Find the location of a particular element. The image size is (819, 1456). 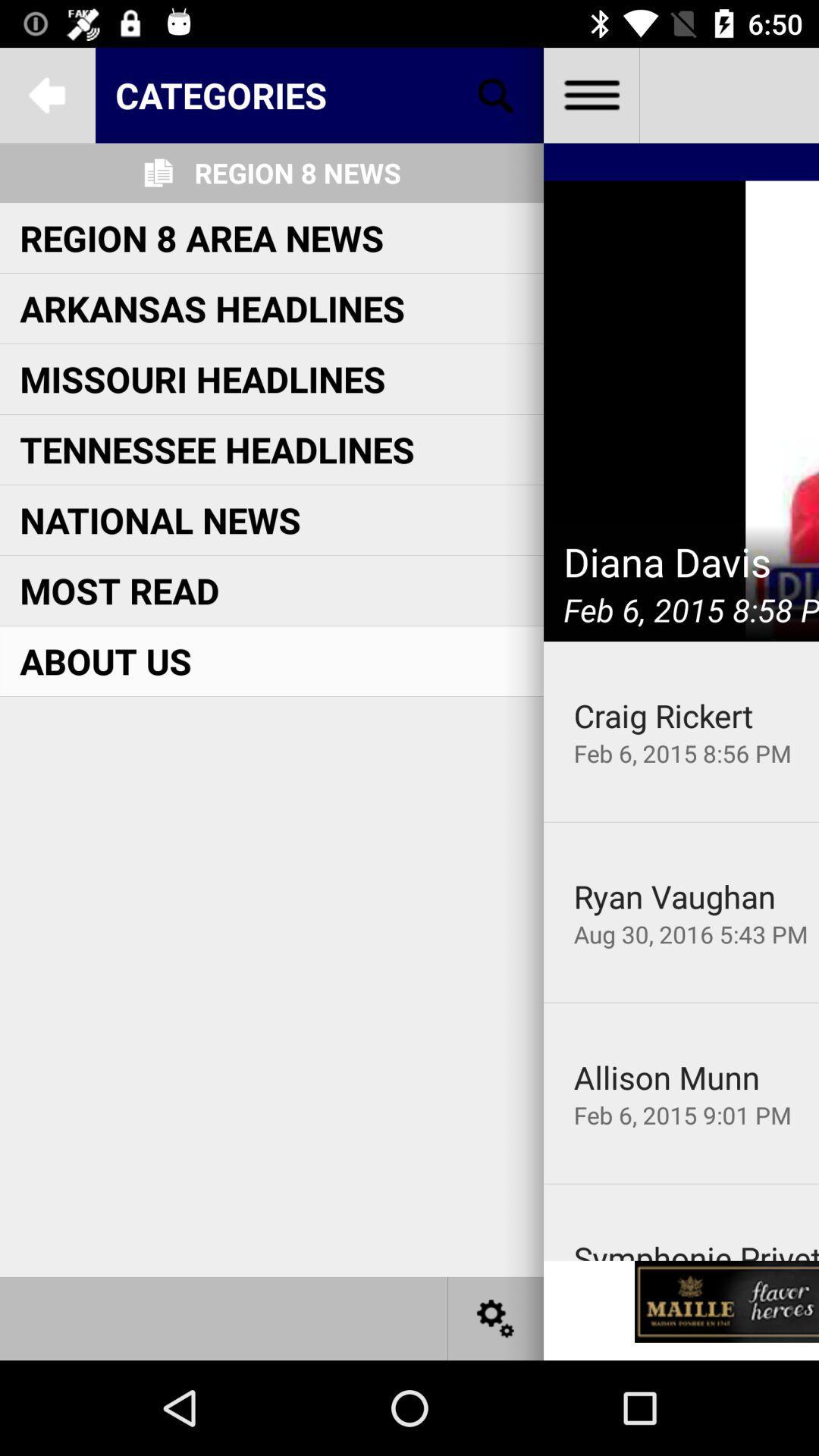

the settings icon is located at coordinates (496, 1317).